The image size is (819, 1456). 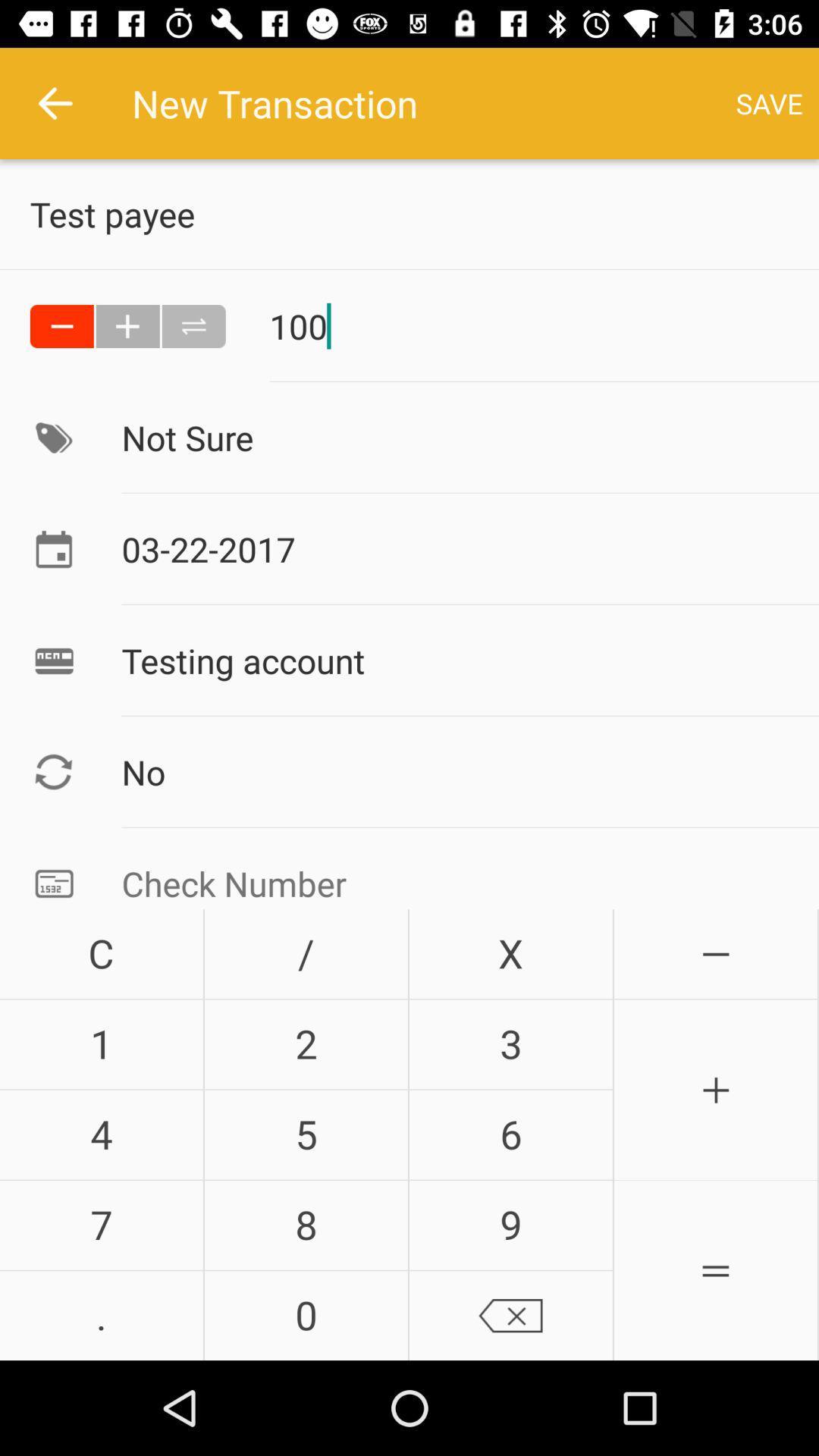 What do you see at coordinates (127, 325) in the screenshot?
I see `symbol next to` at bounding box center [127, 325].